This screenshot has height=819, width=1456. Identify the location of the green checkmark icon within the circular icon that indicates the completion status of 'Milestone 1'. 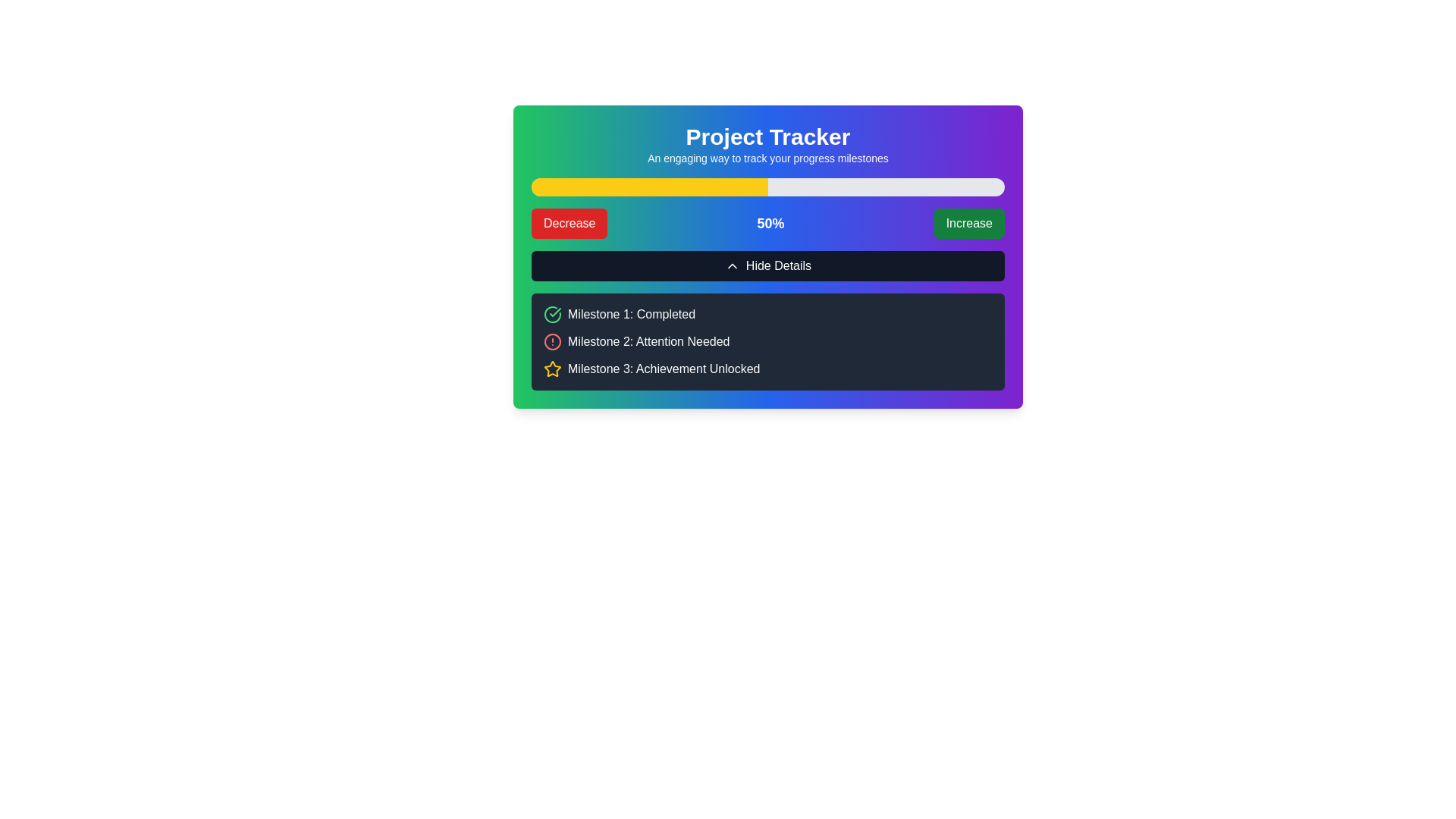
(554, 312).